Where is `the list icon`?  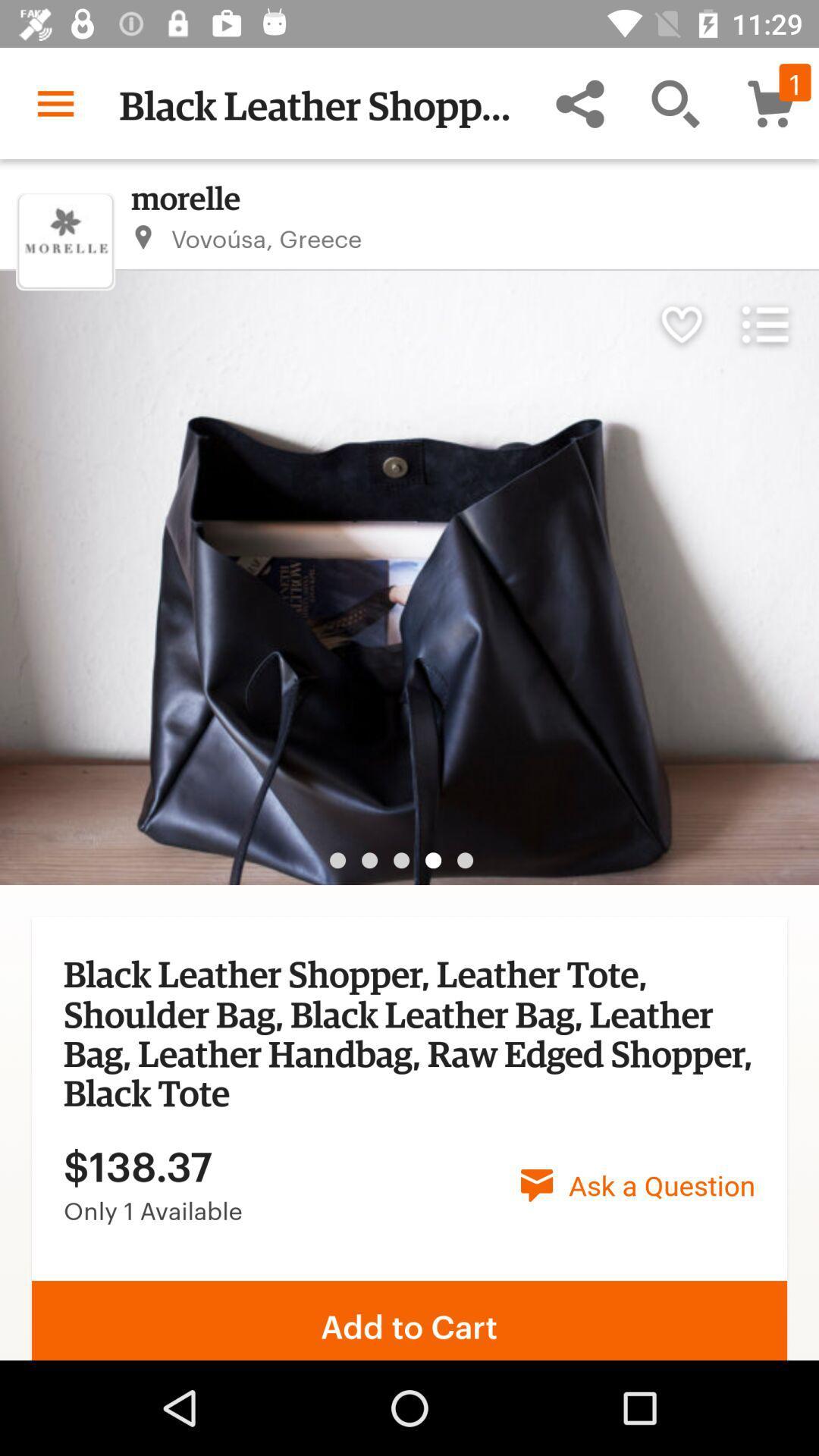 the list icon is located at coordinates (765, 323).